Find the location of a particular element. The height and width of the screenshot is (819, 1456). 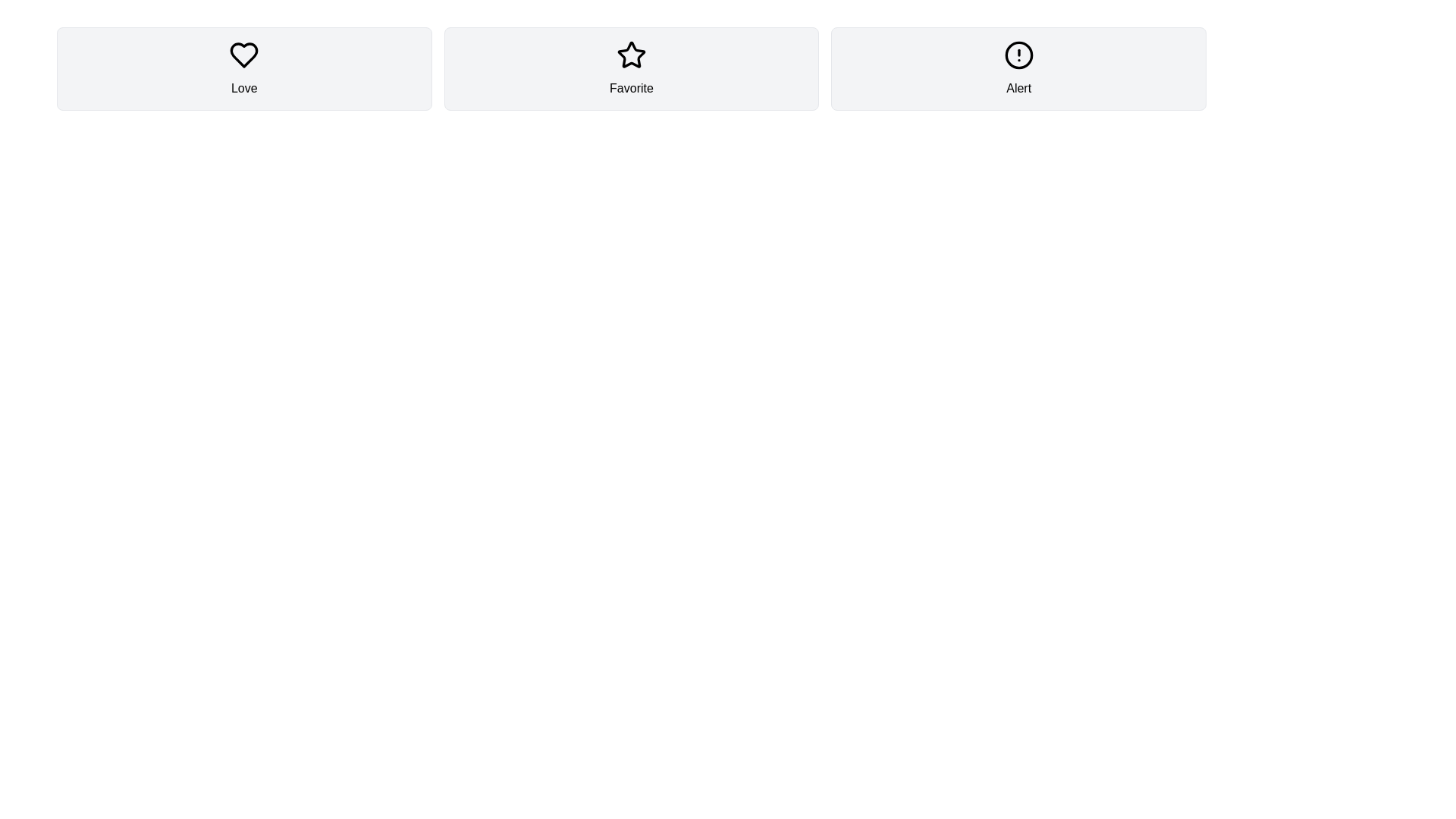

the heart-shaped 'Love' icon is located at coordinates (244, 55).